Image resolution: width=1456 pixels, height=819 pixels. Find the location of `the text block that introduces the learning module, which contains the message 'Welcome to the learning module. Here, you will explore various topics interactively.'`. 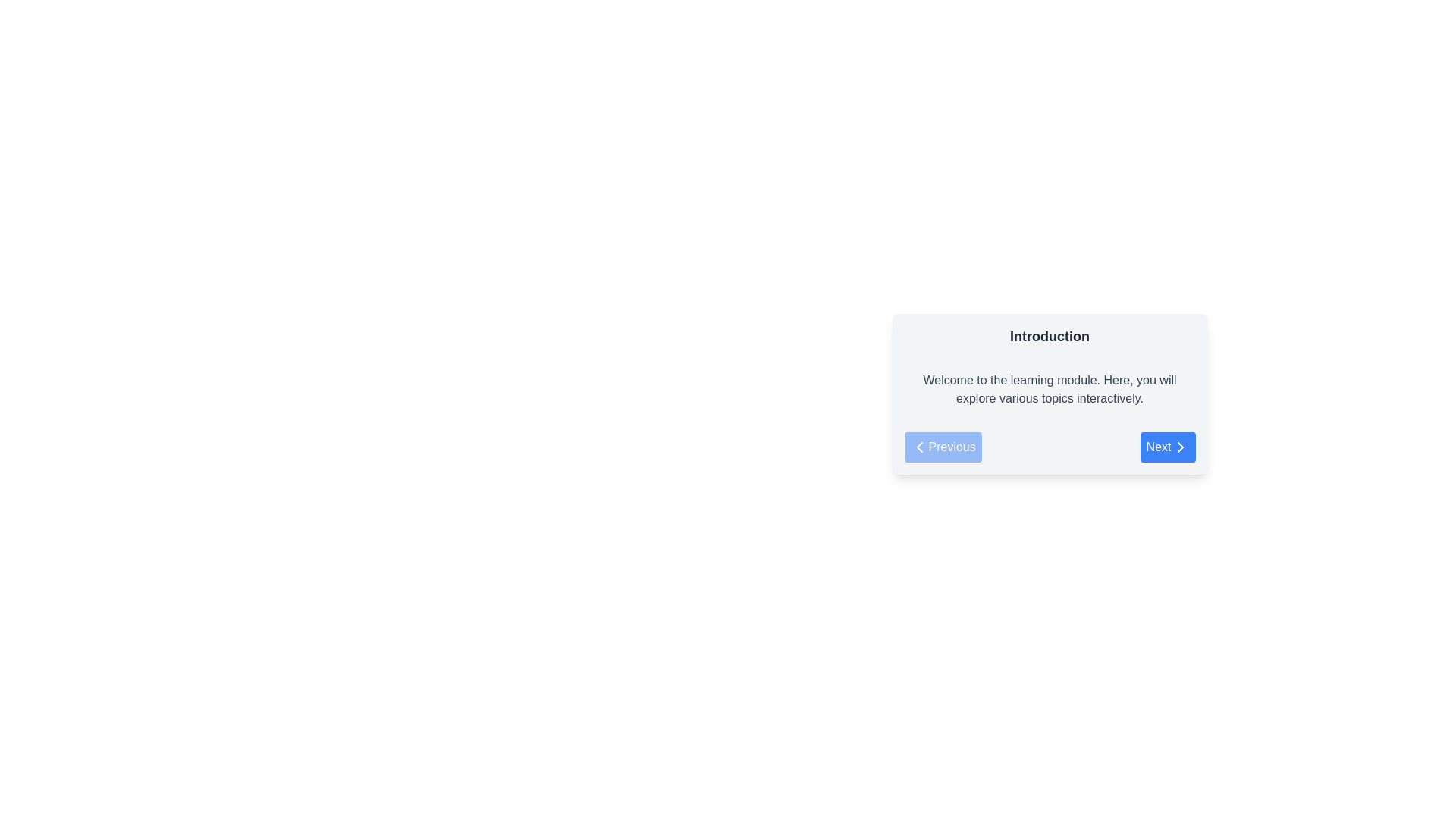

the text block that introduces the learning module, which contains the message 'Welcome to the learning module. Here, you will explore various topics interactively.' is located at coordinates (1049, 388).